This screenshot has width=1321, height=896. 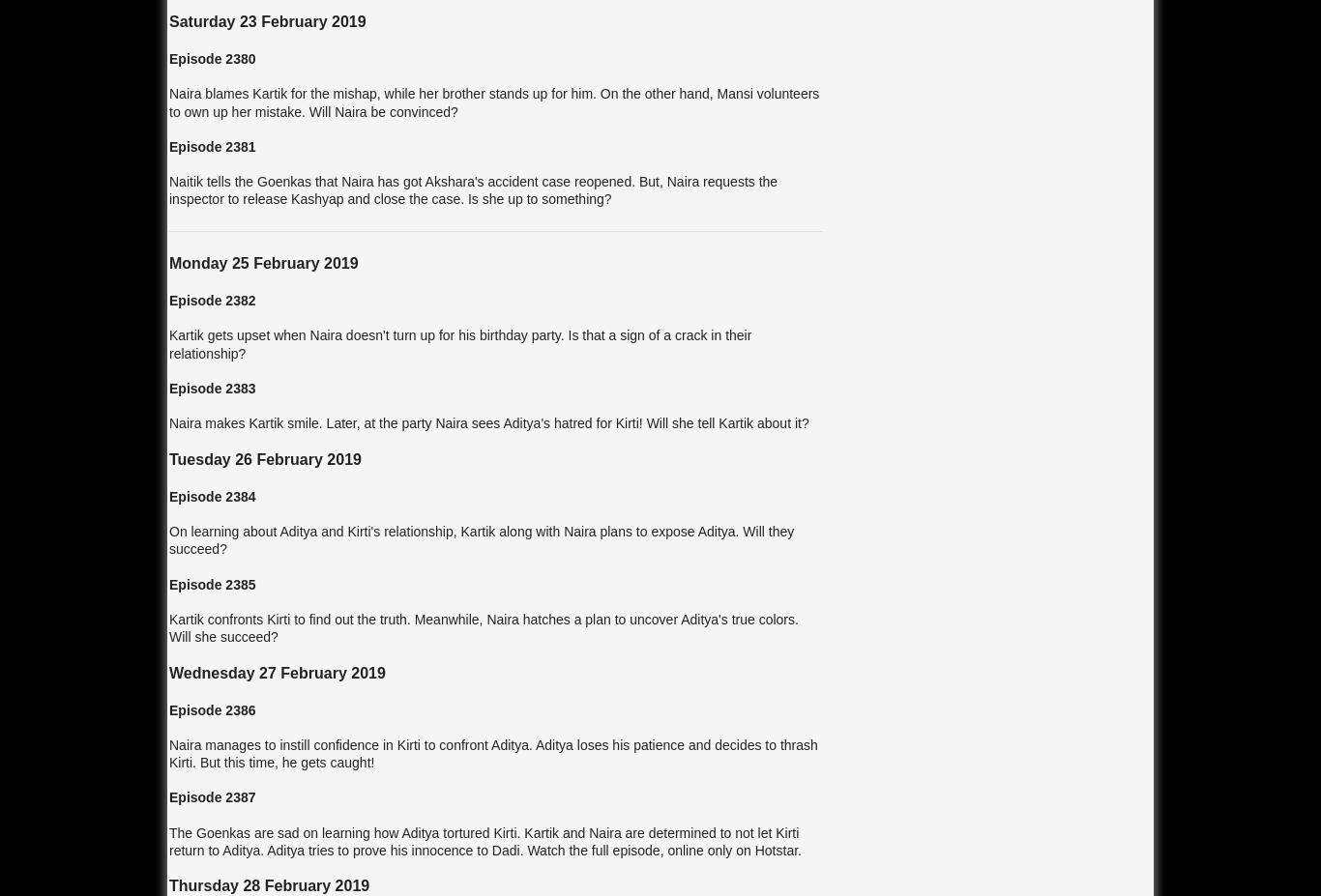 I want to click on 'Kartik gets upset when Naira doesn't turn up for his birthday party. Is that a sign of a crack in their relationship?', so click(x=460, y=342).